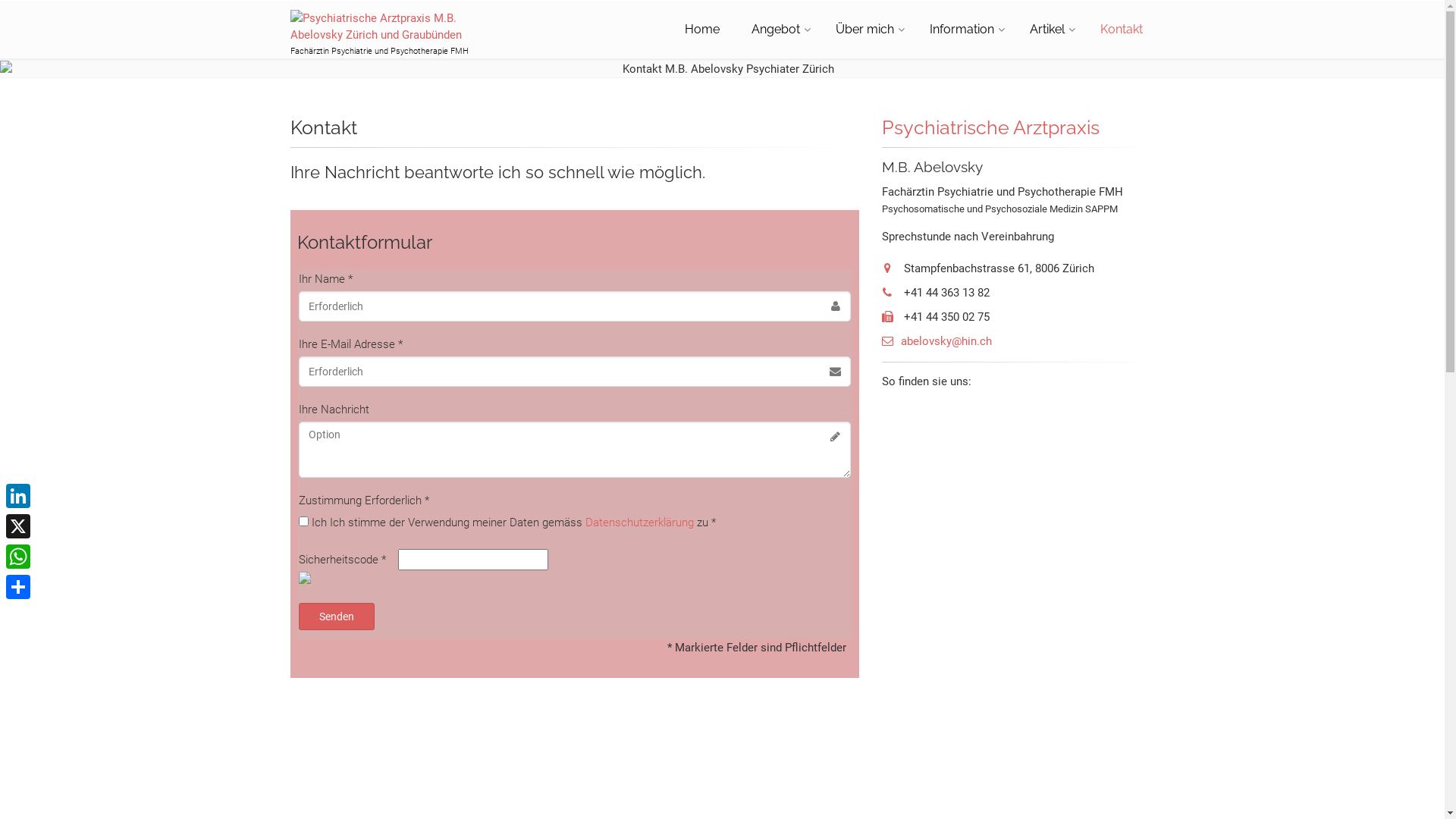  What do you see at coordinates (701, 29) in the screenshot?
I see `'Home'` at bounding box center [701, 29].